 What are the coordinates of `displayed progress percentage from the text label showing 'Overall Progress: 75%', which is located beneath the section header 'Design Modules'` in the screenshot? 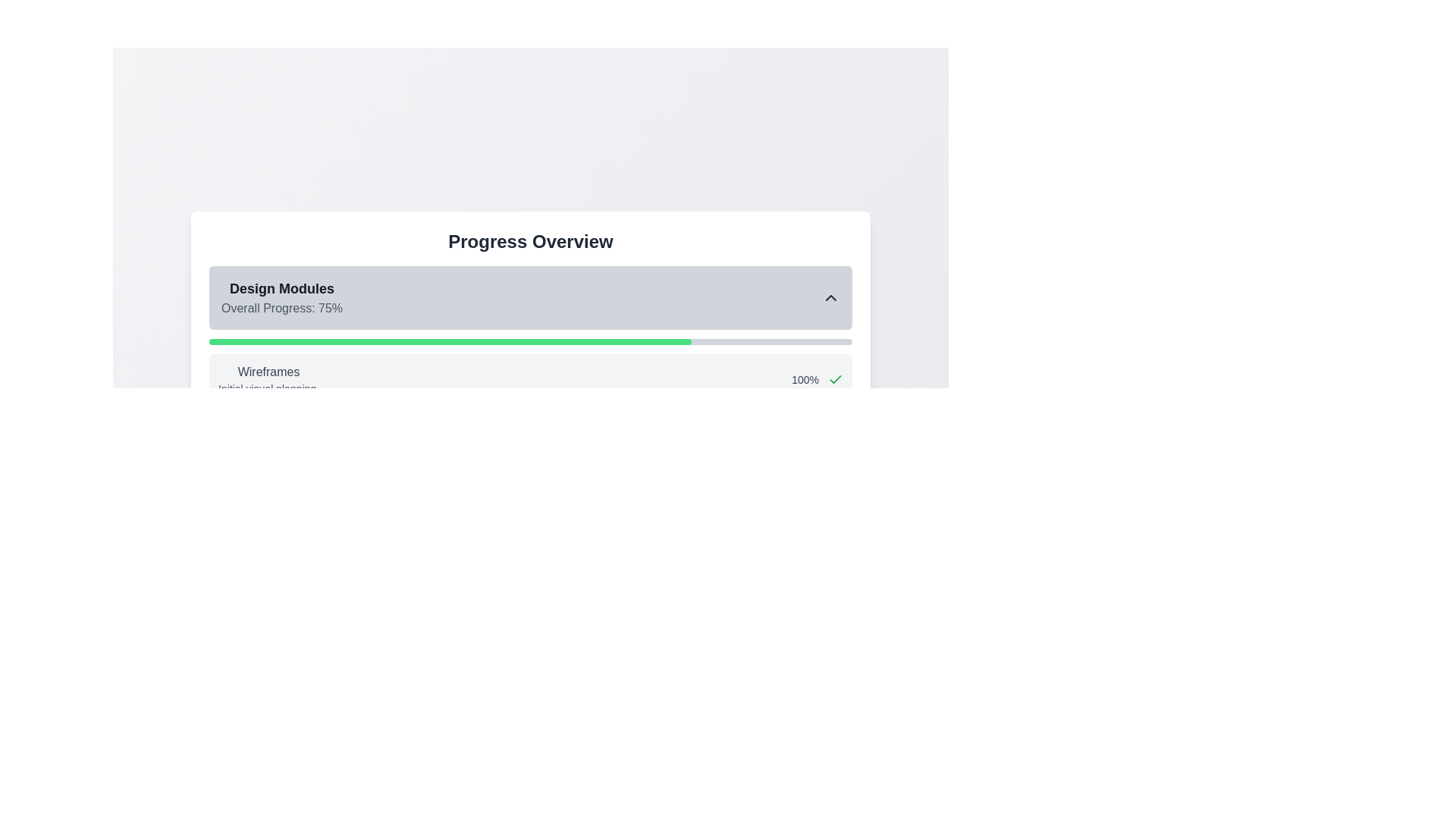 It's located at (282, 308).